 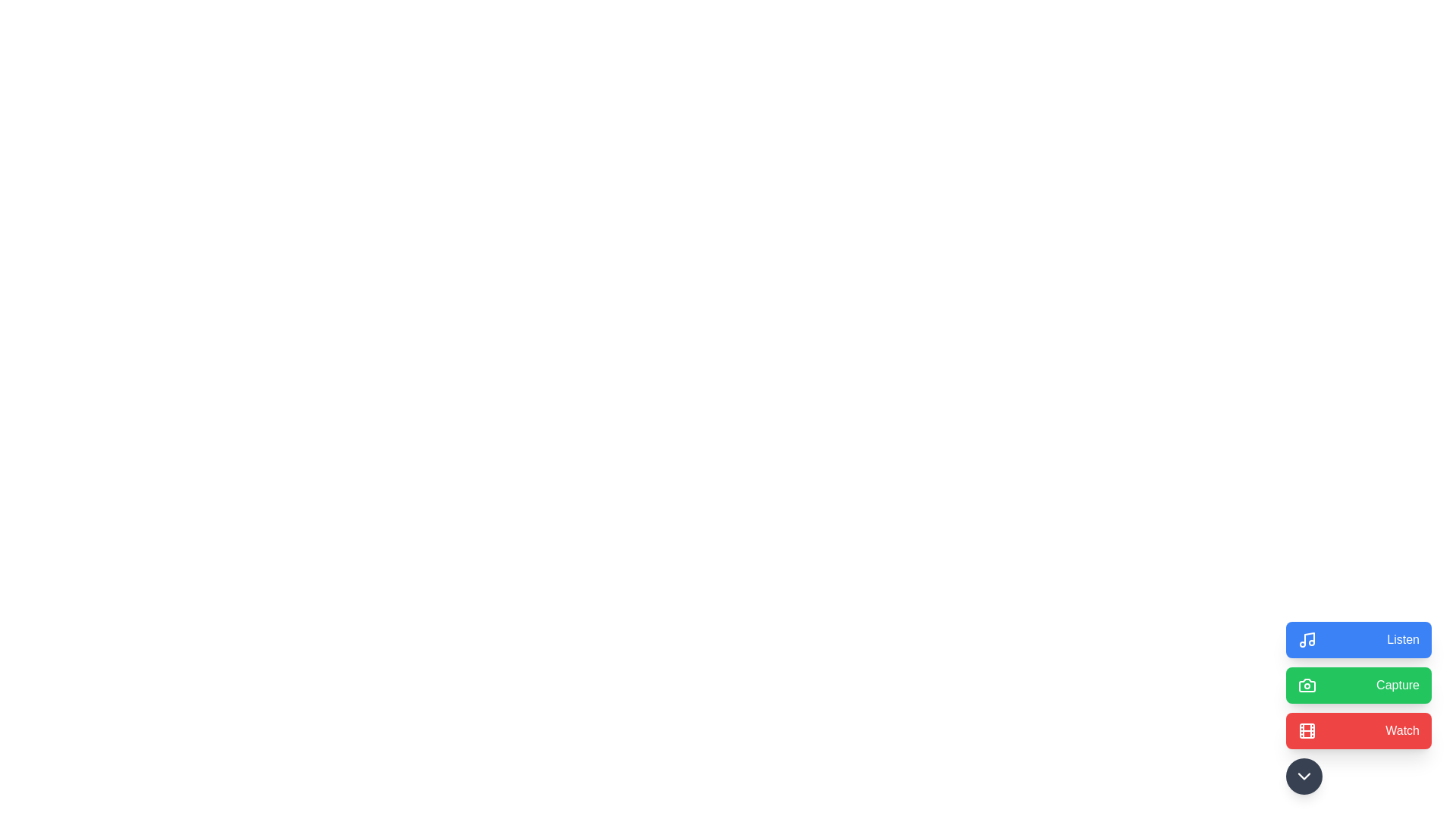 What do you see at coordinates (1358, 730) in the screenshot?
I see `the 'Watch' button to trigger its functionality` at bounding box center [1358, 730].